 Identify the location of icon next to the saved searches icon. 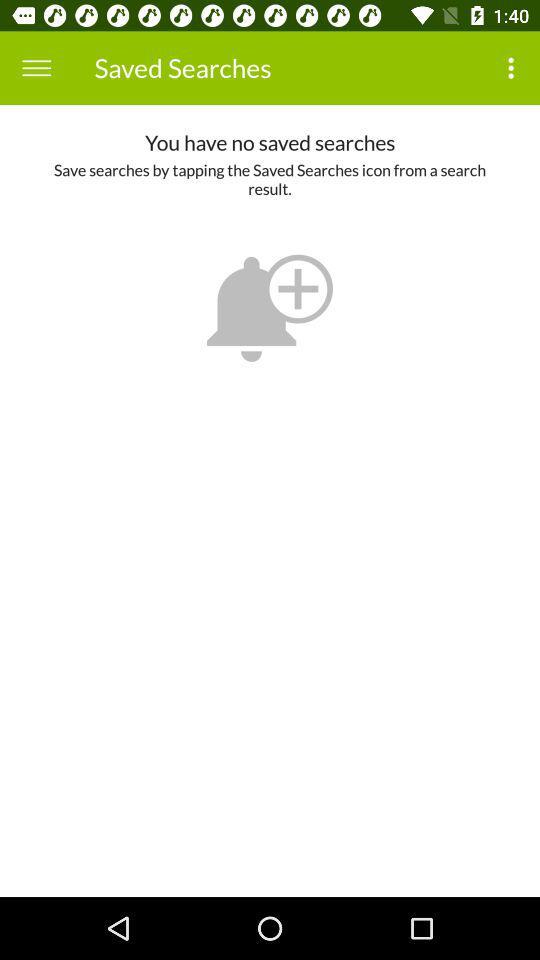
(36, 68).